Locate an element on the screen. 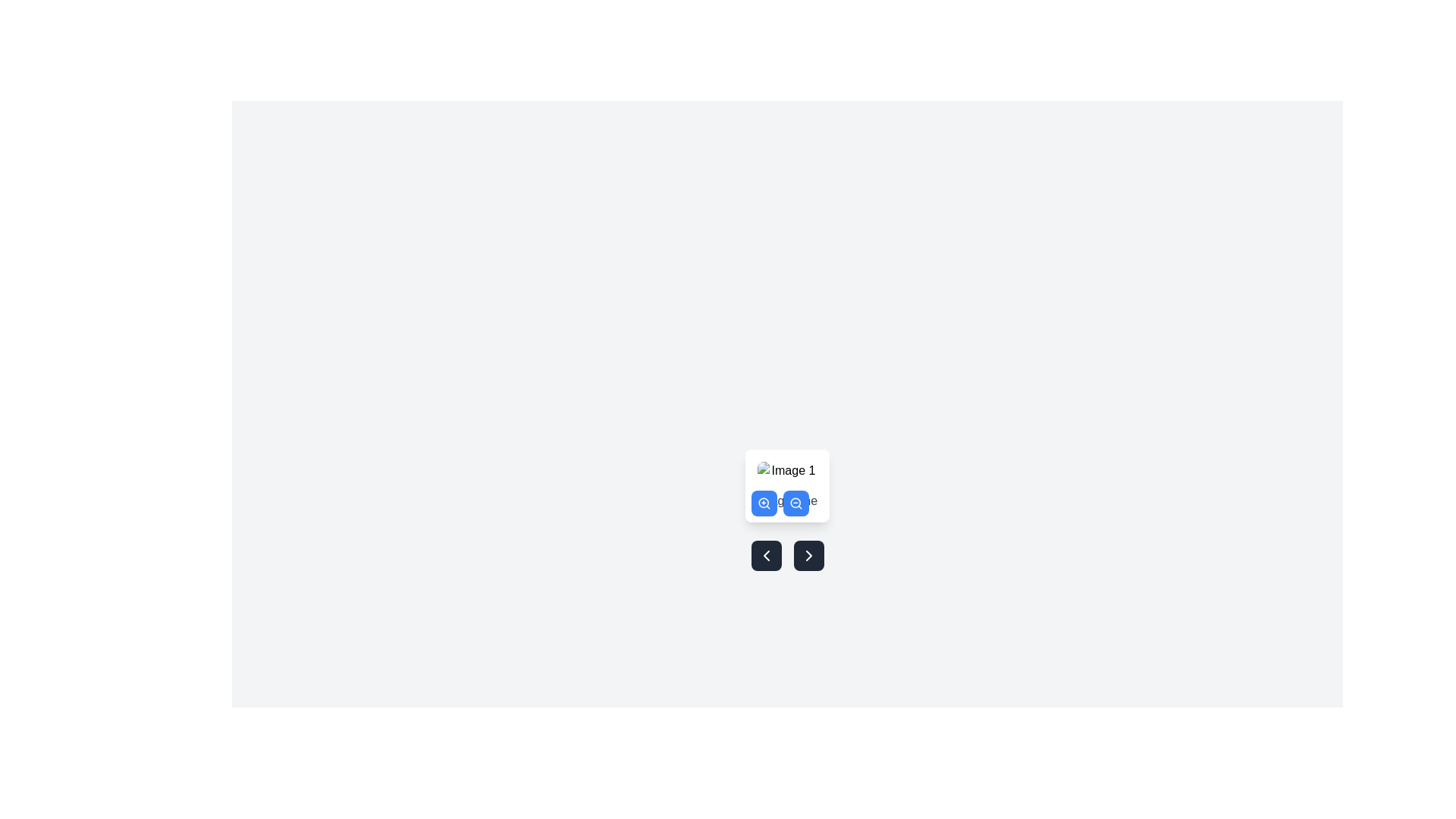 The width and height of the screenshot is (1456, 819). the zoom-in icon, which is the second icon from the left in a row of two buttons at the bottom center of the displayed card, nested within a blue button with rounded corners is located at coordinates (764, 503).